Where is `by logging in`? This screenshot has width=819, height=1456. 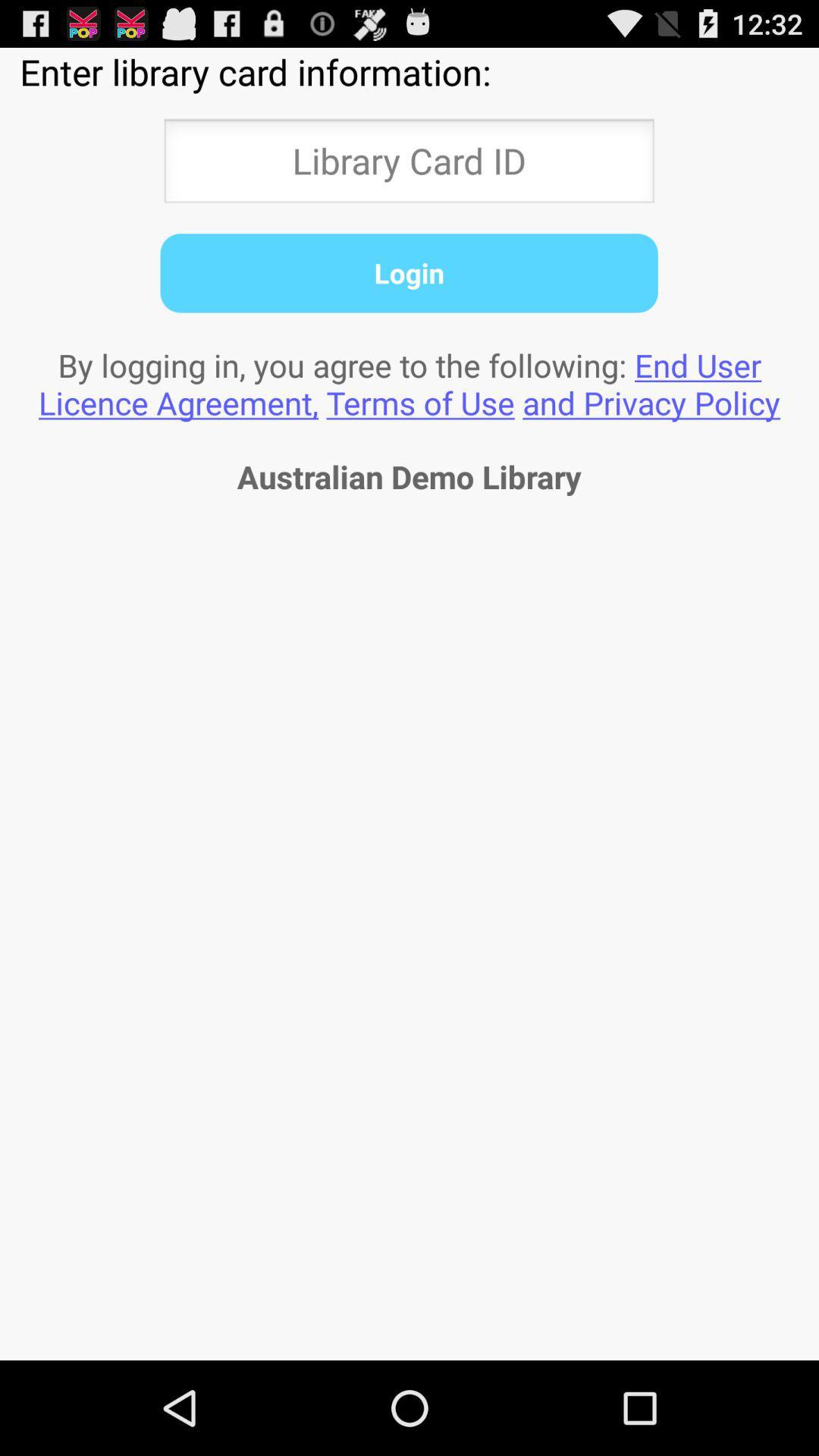
by logging in is located at coordinates (409, 384).